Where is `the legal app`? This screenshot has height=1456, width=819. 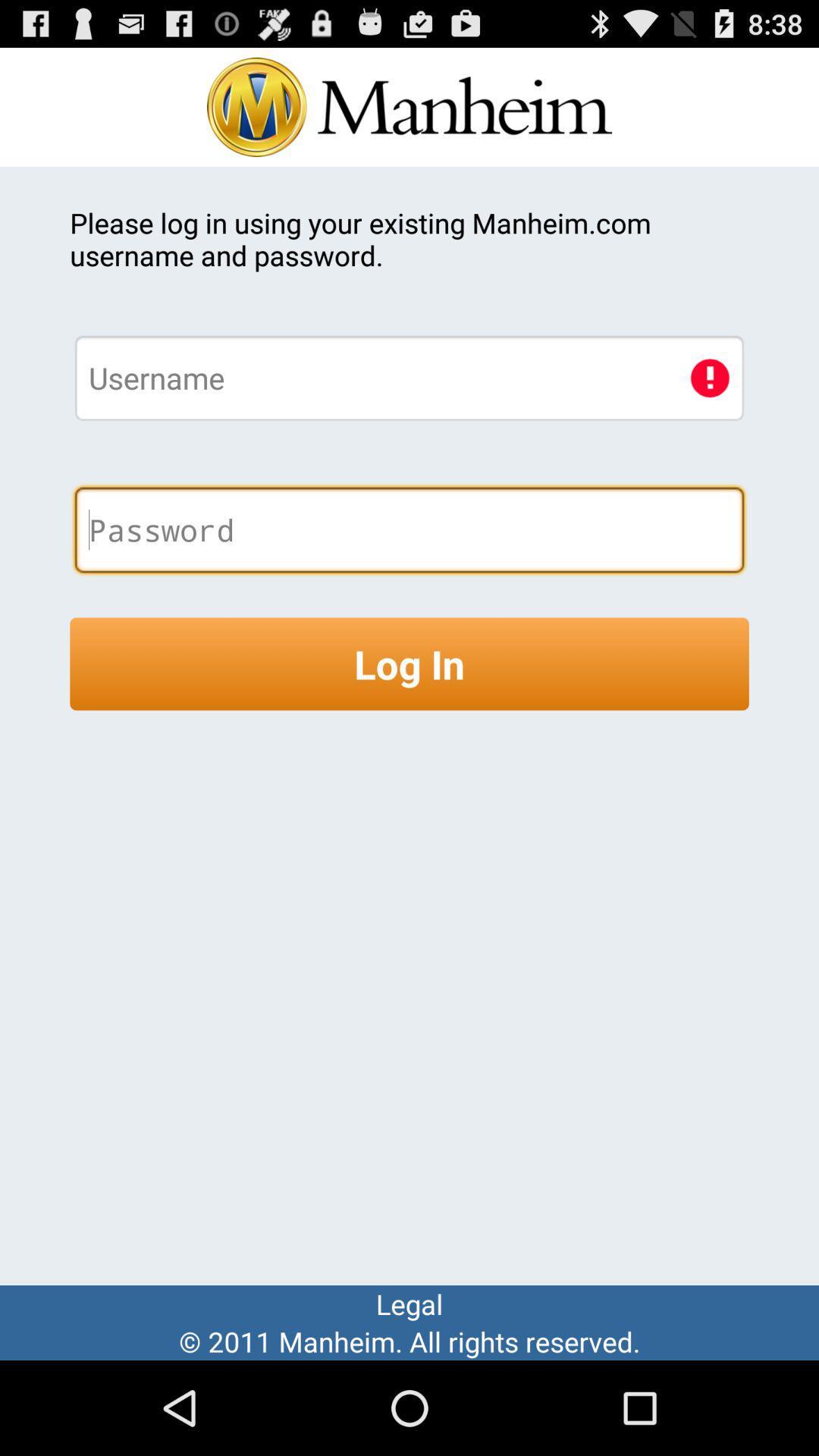 the legal app is located at coordinates (409, 1303).